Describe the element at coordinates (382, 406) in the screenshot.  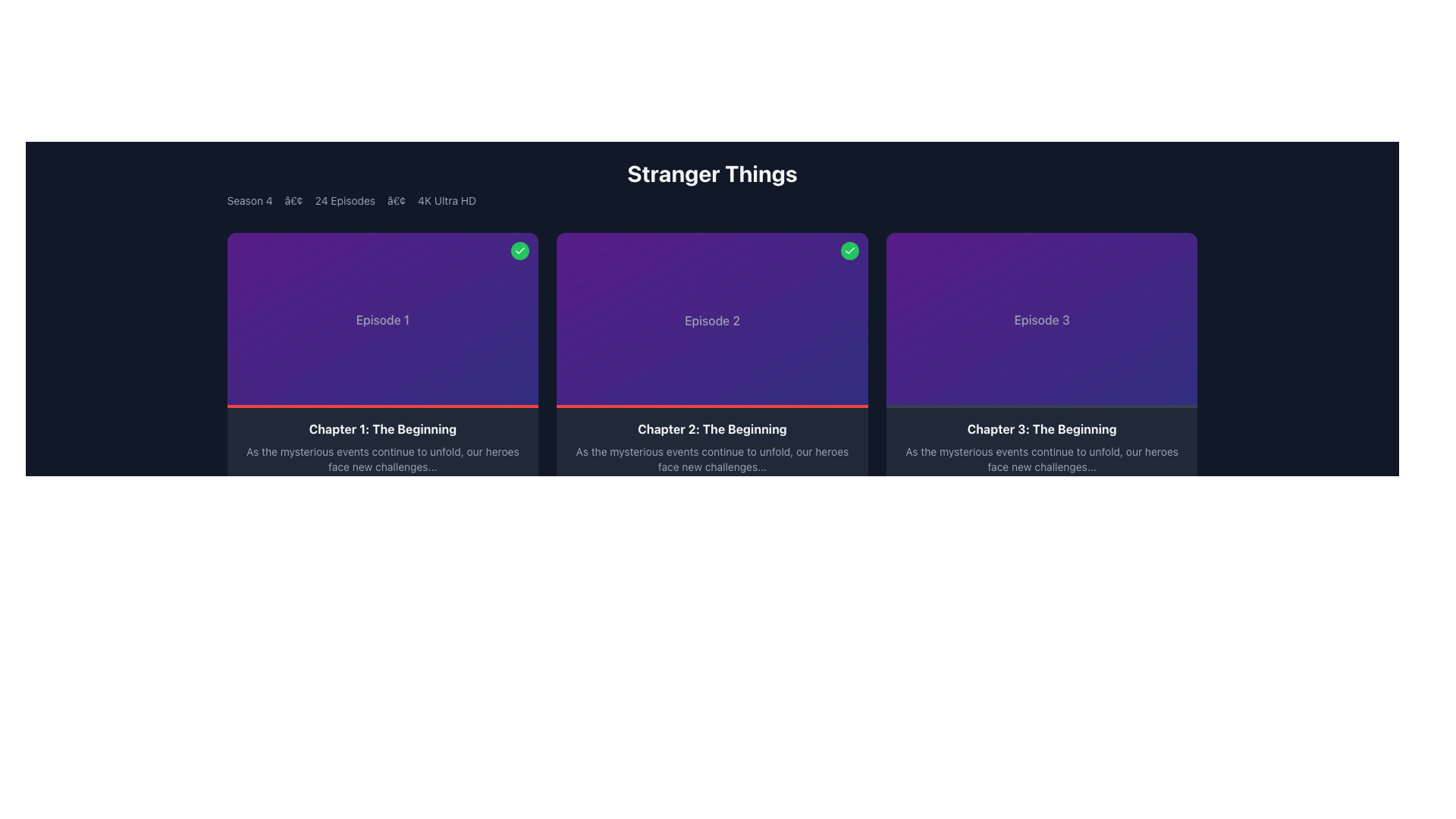
I see `the thin progress bar located at the bottom of the card displaying 'Episode 1'` at that location.